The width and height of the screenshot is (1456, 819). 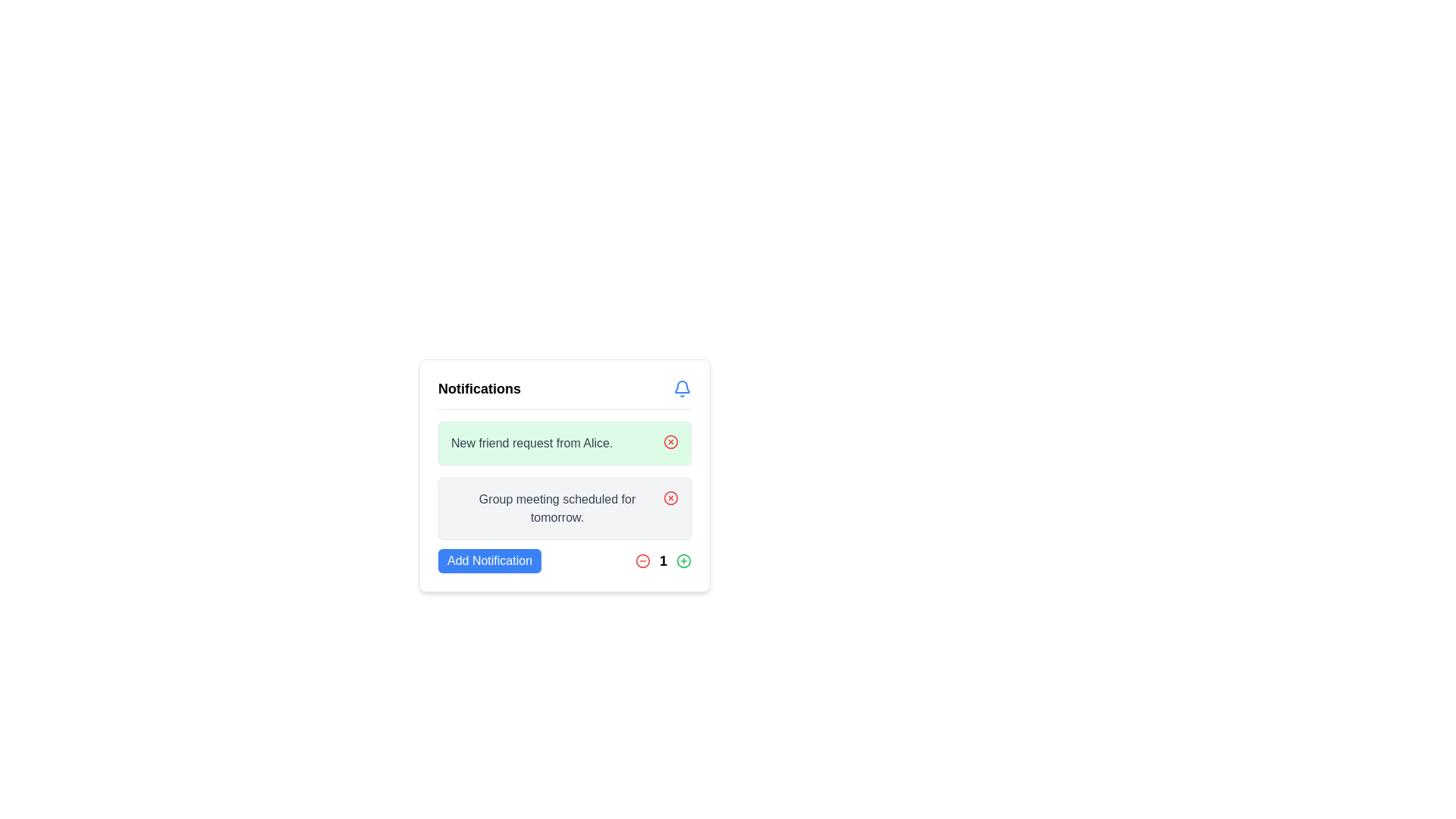 I want to click on the green circular plus icon located at the bottom-right section of the 'Notifications' card UI to increase the counter, so click(x=683, y=561).